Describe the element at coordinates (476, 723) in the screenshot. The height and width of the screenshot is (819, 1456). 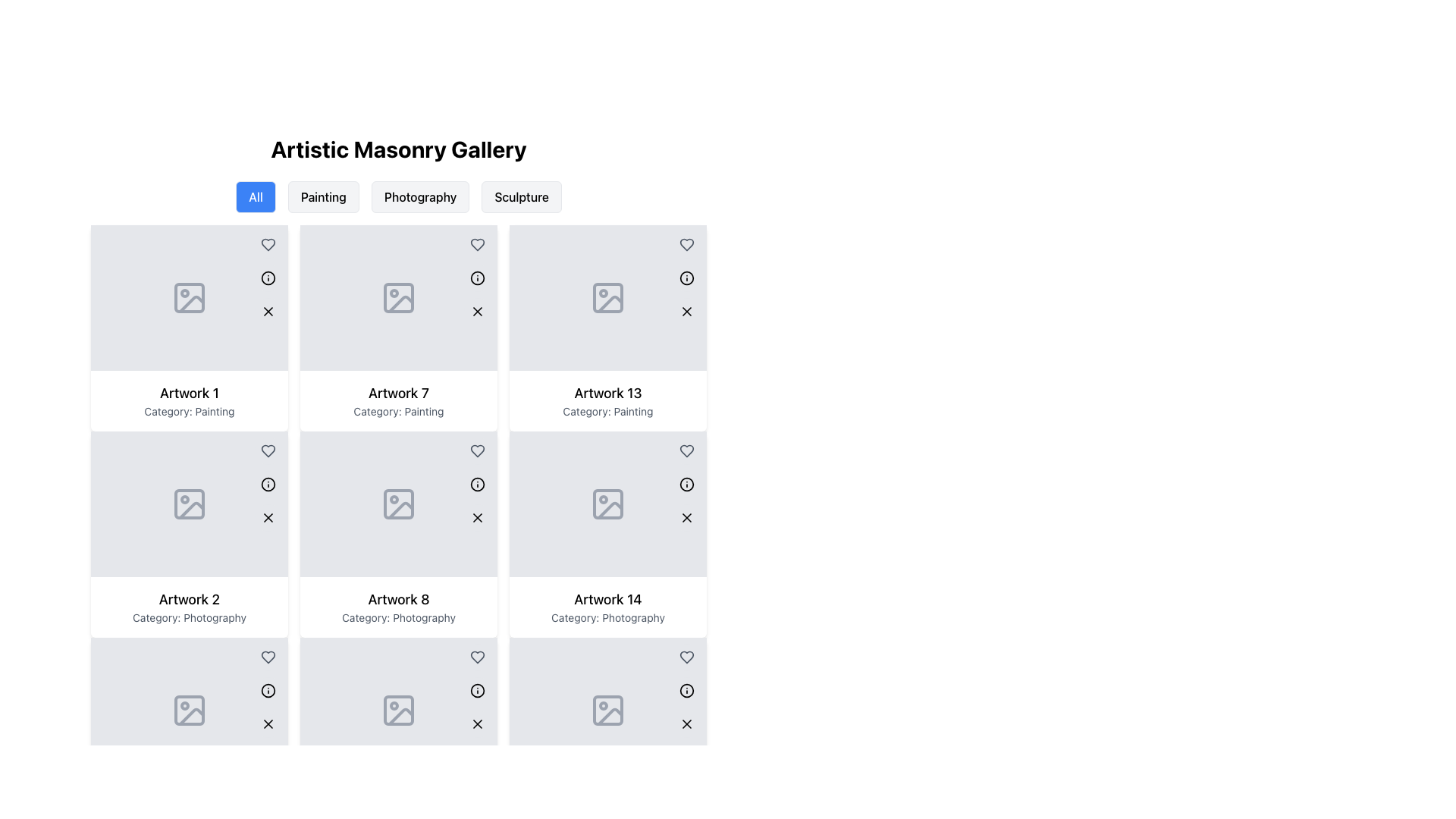
I see `the close or delete button located at the bottom of the vertical list of circular icons in the top-right section of the 'Artwork 8' card` at that location.